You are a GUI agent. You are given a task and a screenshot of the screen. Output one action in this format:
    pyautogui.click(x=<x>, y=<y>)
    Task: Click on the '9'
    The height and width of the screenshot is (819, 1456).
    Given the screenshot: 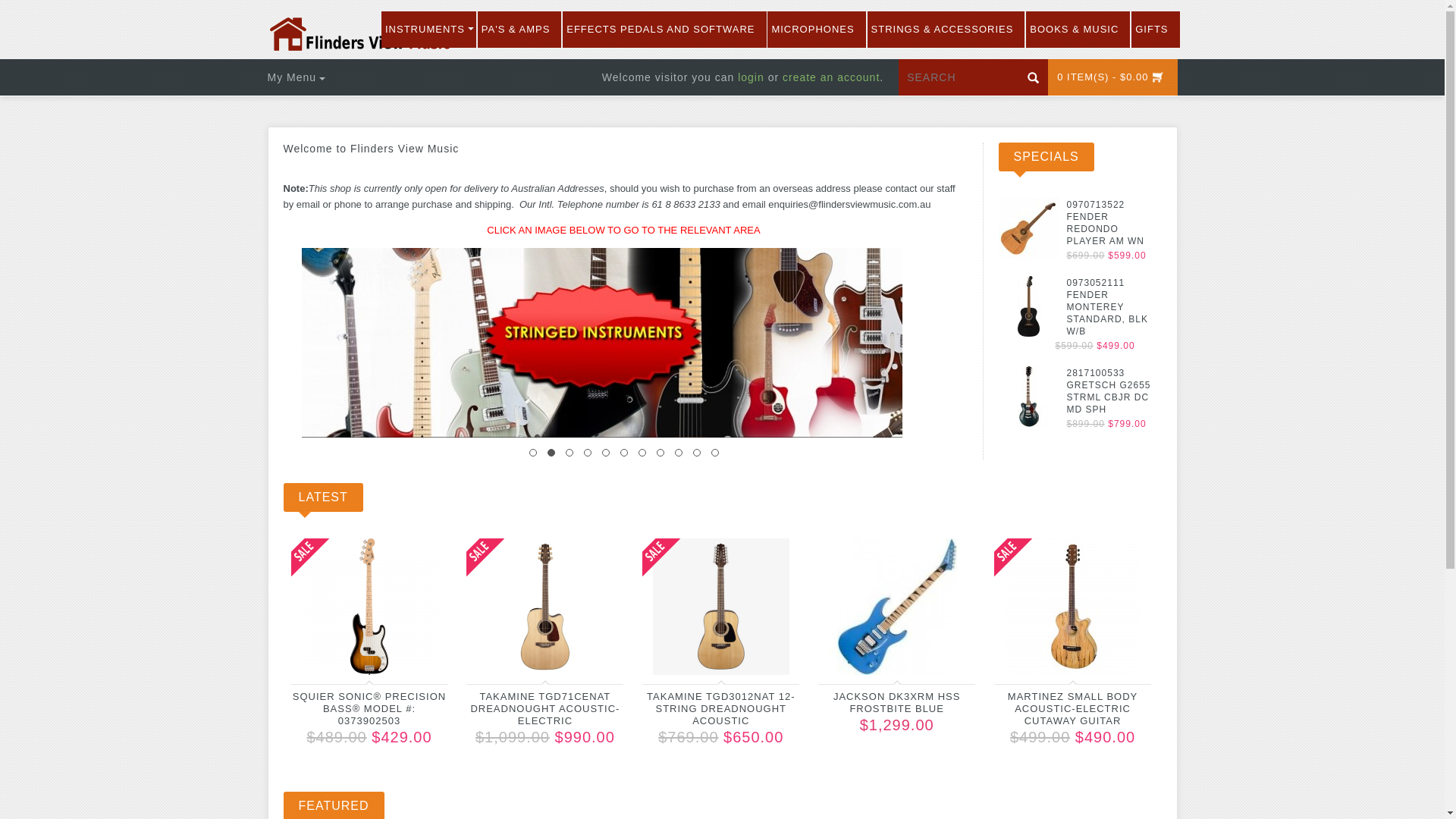 What is the action you would take?
    pyautogui.click(x=677, y=452)
    